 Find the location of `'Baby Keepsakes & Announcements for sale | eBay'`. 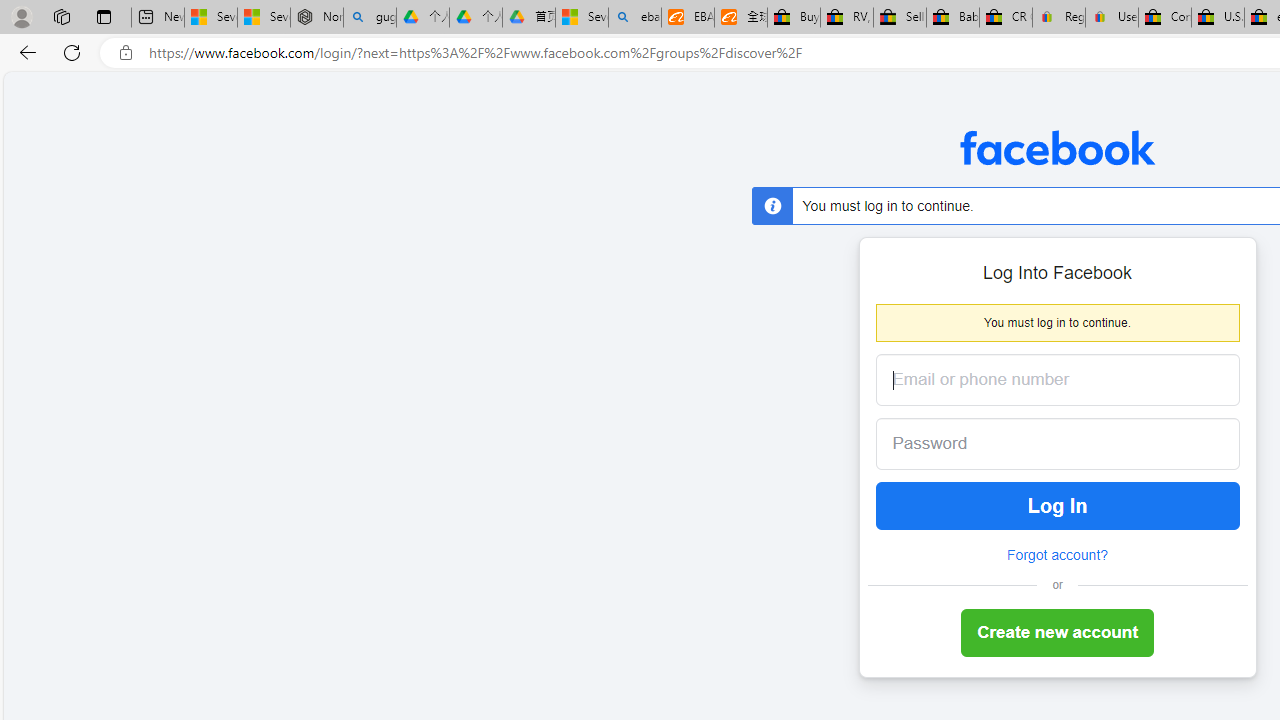

'Baby Keepsakes & Announcements for sale | eBay' is located at coordinates (951, 17).